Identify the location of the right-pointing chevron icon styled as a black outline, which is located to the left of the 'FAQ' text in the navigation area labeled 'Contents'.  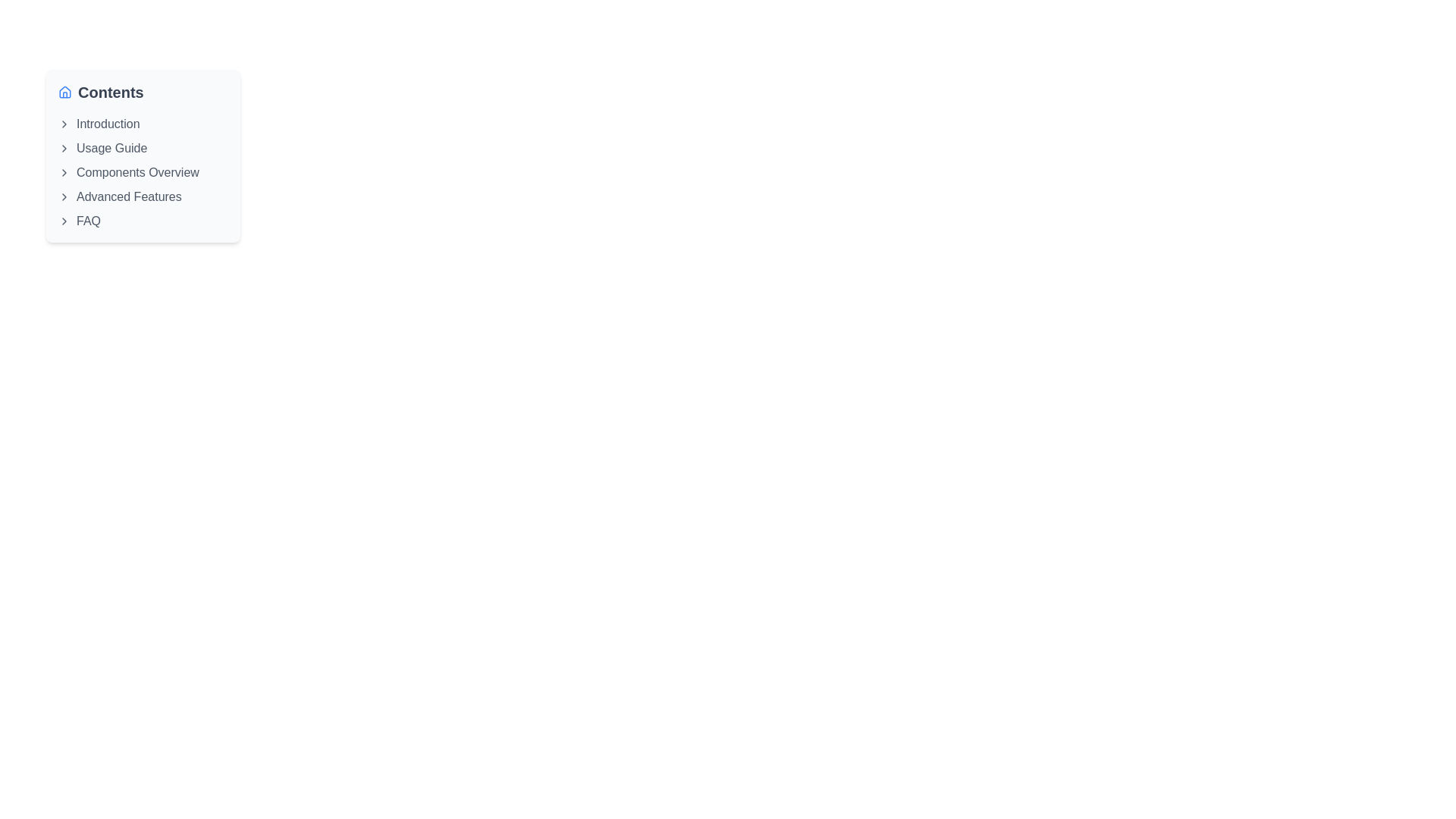
(64, 221).